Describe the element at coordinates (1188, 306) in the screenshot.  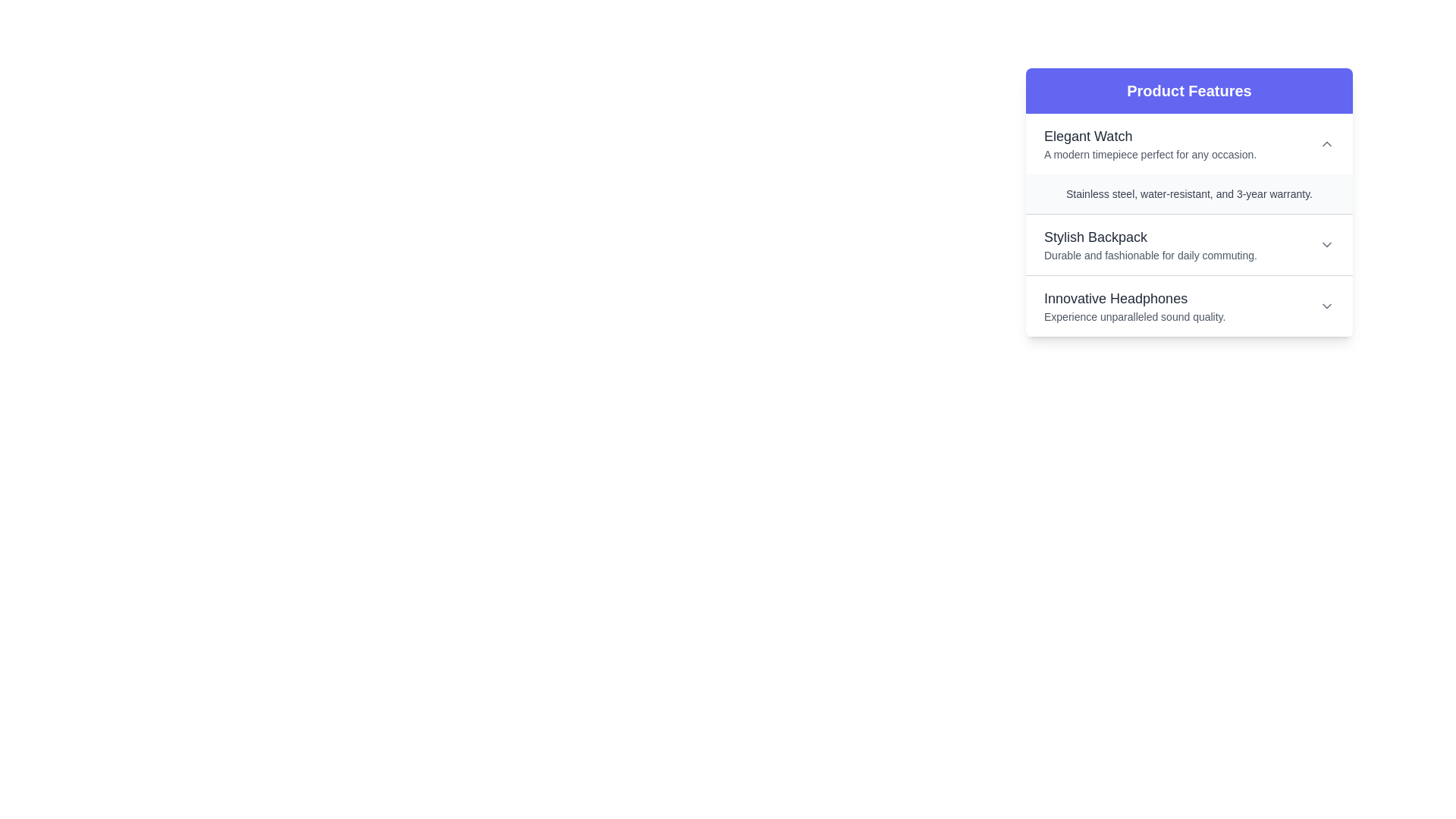
I see `the third item in the 'Product Features' section, which represents 'Innovative Headphones'` at that location.